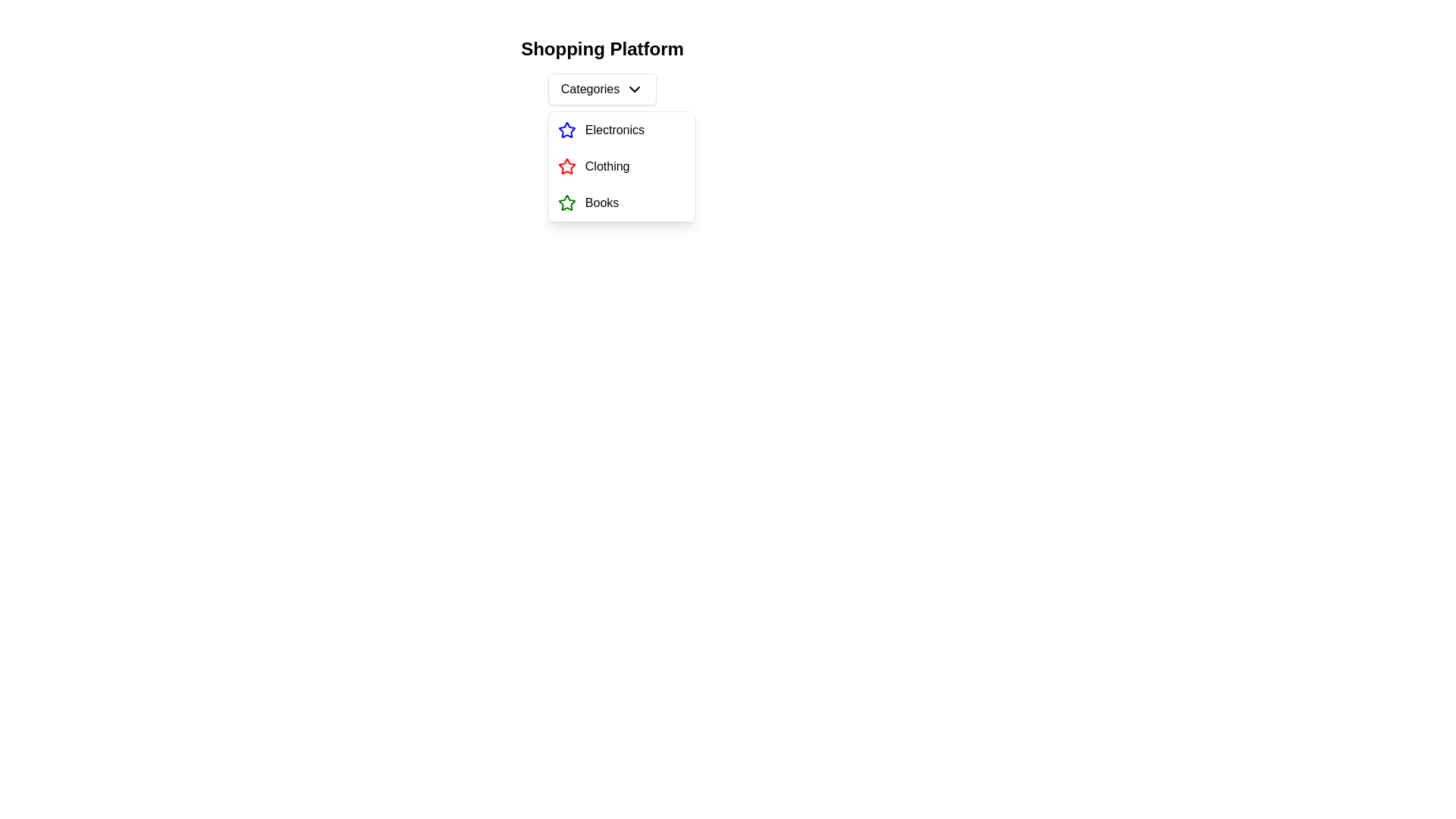 This screenshot has height=819, width=1456. What do you see at coordinates (621, 130) in the screenshot?
I see `the first entry in the vertical list that contains a blue star icon and the text 'Electronics'` at bounding box center [621, 130].